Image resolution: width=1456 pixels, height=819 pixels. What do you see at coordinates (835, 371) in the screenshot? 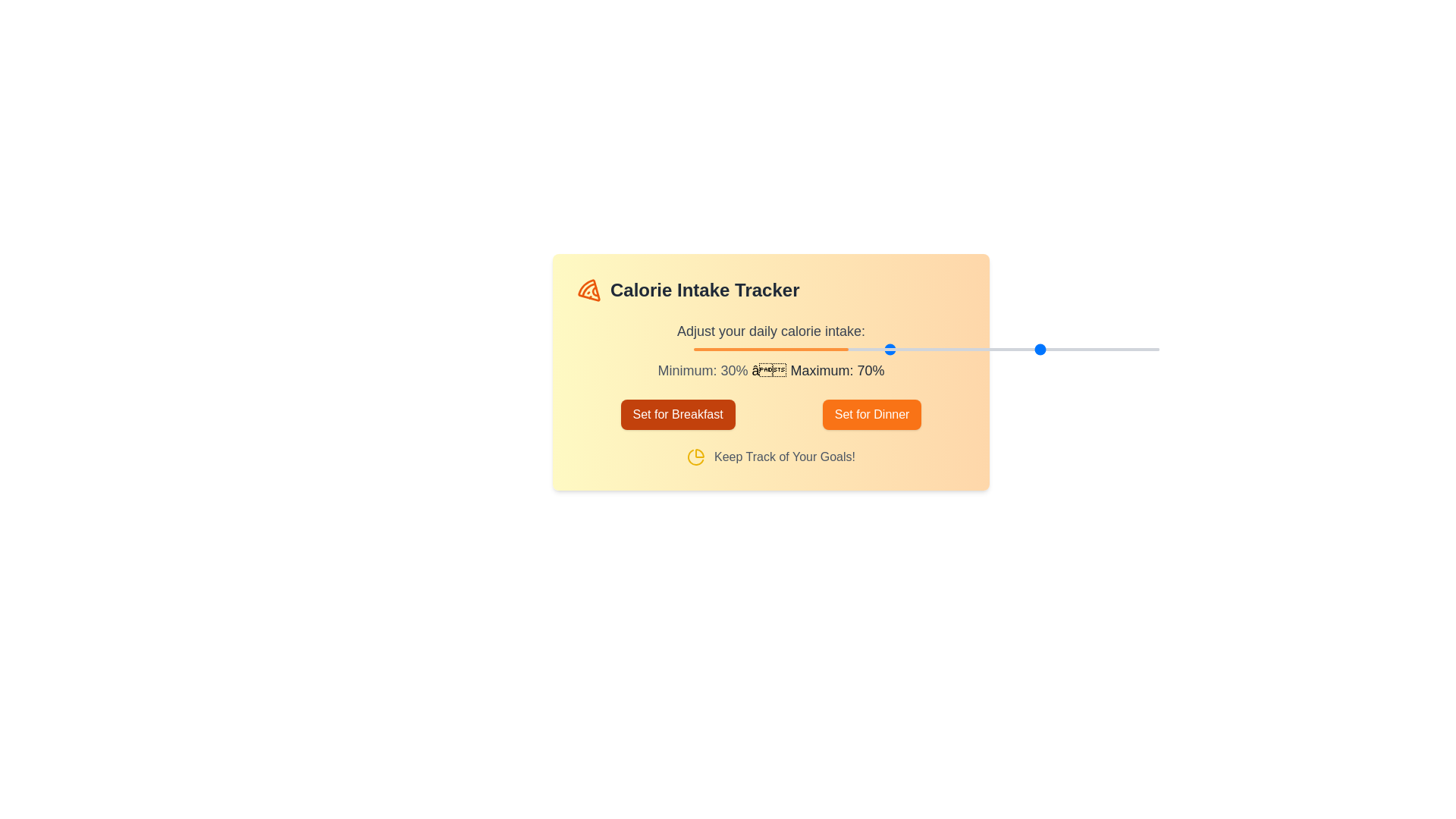
I see `the static text element that indicates the maximum value of '70%', located below the header 'Adjust your daily calorie intake:' and to the right of 'Minimum: 30%.'` at bounding box center [835, 371].